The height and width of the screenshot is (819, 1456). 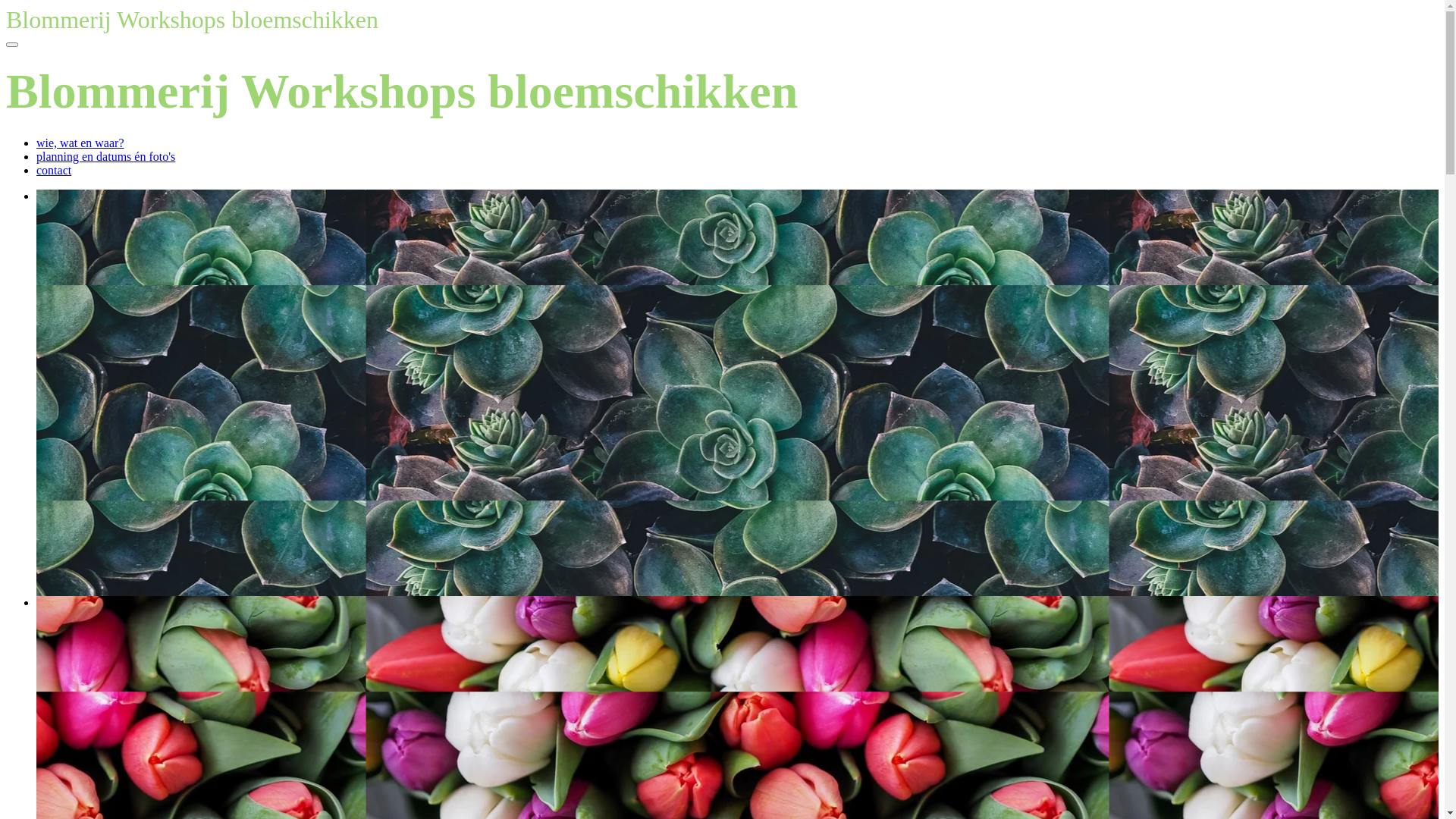 What do you see at coordinates (79, 143) in the screenshot?
I see `'wie, wat en waar?'` at bounding box center [79, 143].